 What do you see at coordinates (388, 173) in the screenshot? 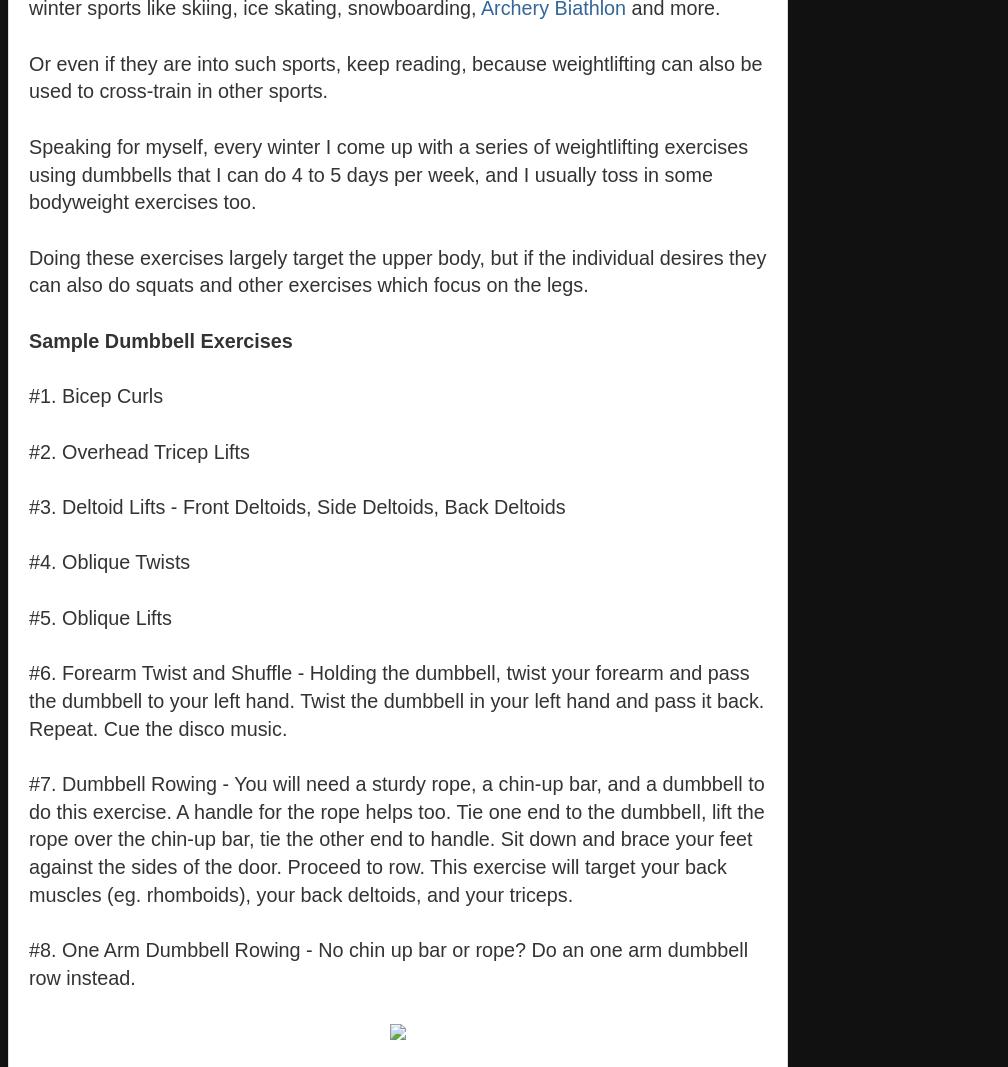
I see `'Speaking for myself, every winter I come up with a series of weightlifting exercises using dumbbells that I can do 4 to 5 days per week, and I usually toss in some bodyweight exercises too.'` at bounding box center [388, 173].